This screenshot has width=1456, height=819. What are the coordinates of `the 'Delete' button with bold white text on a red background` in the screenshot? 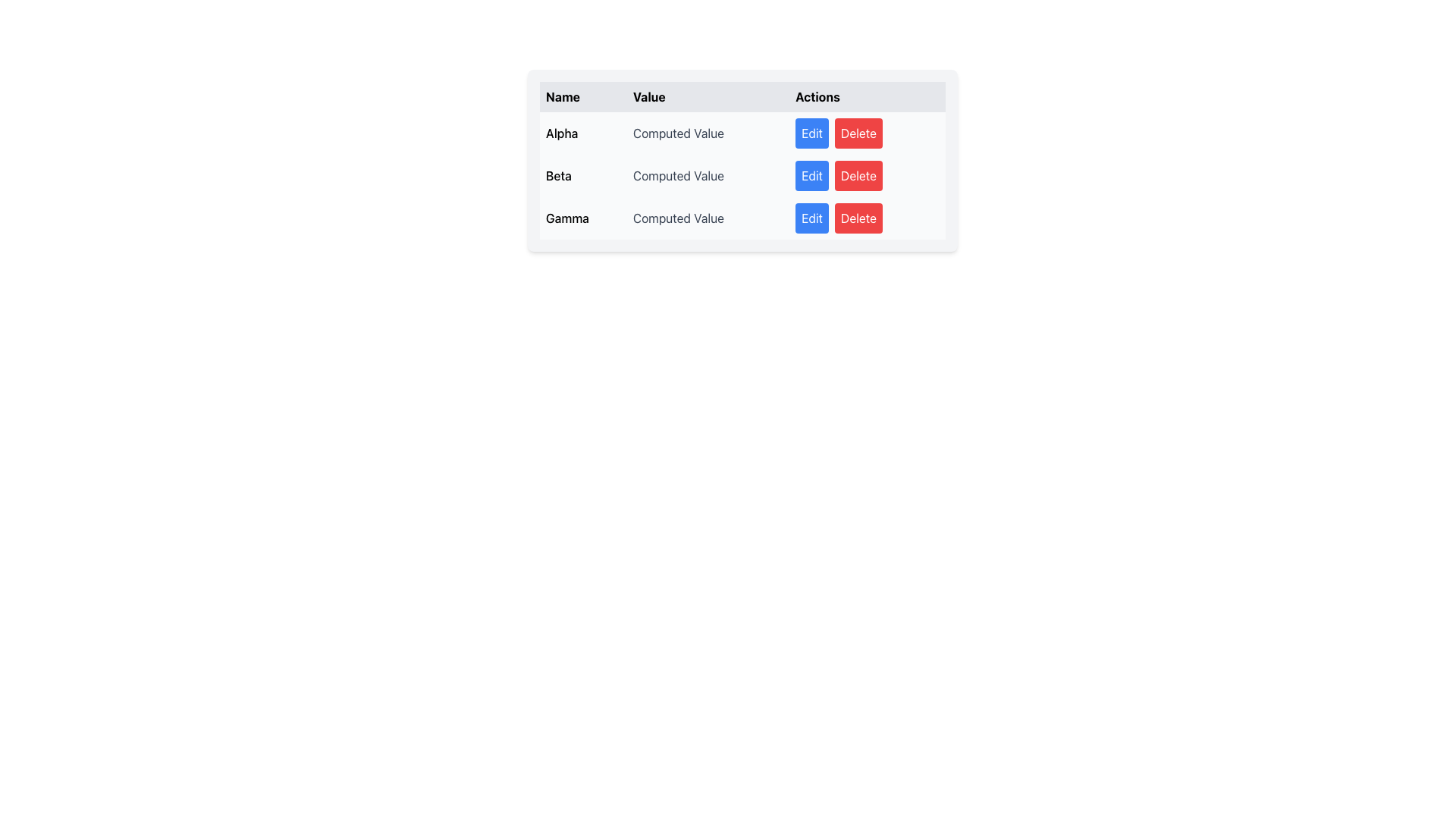 It's located at (858, 174).